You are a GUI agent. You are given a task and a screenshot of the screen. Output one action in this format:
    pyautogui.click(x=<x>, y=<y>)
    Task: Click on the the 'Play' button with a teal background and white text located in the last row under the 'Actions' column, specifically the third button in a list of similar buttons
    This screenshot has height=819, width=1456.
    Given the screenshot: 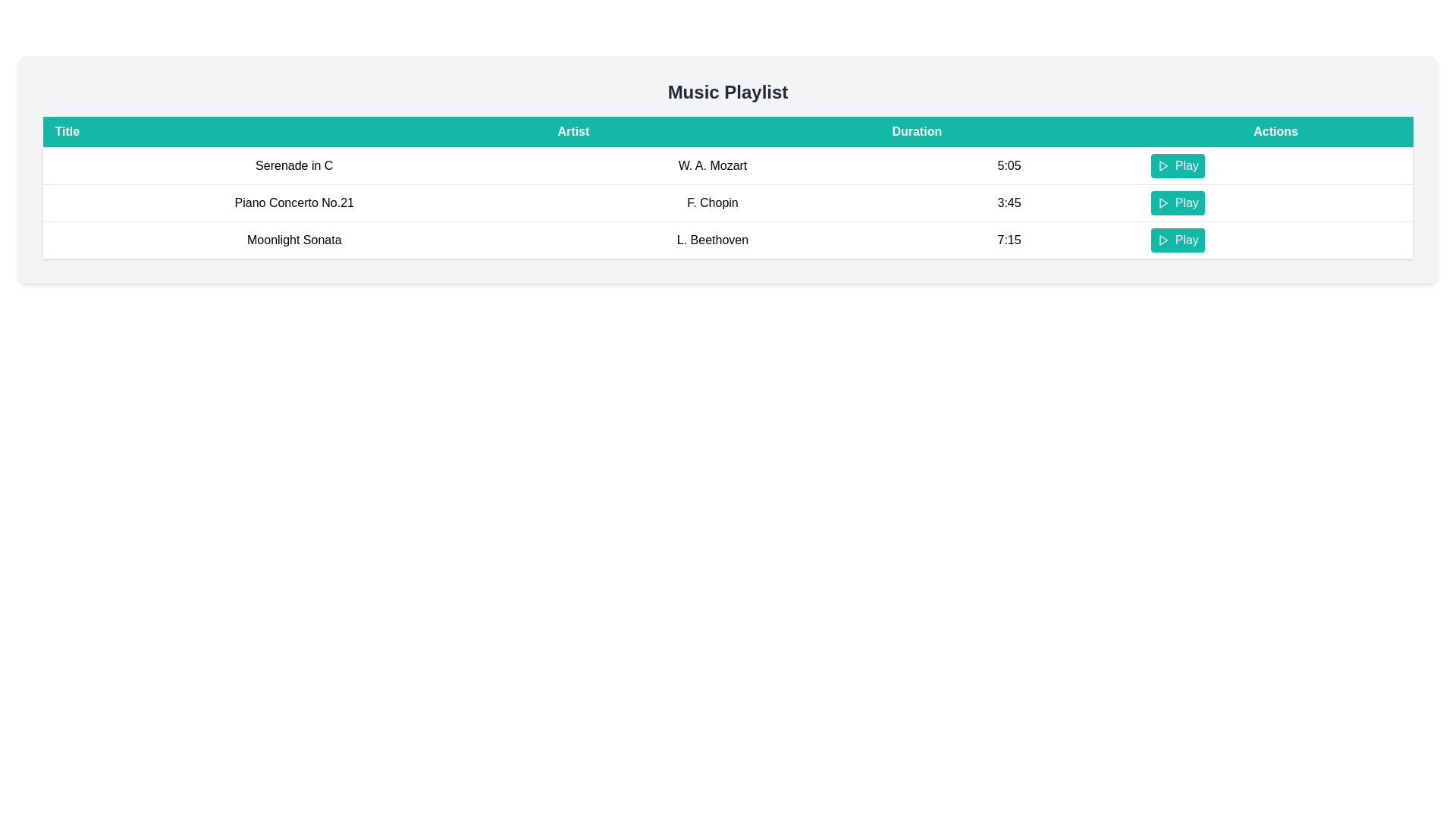 What is the action you would take?
    pyautogui.click(x=1177, y=239)
    